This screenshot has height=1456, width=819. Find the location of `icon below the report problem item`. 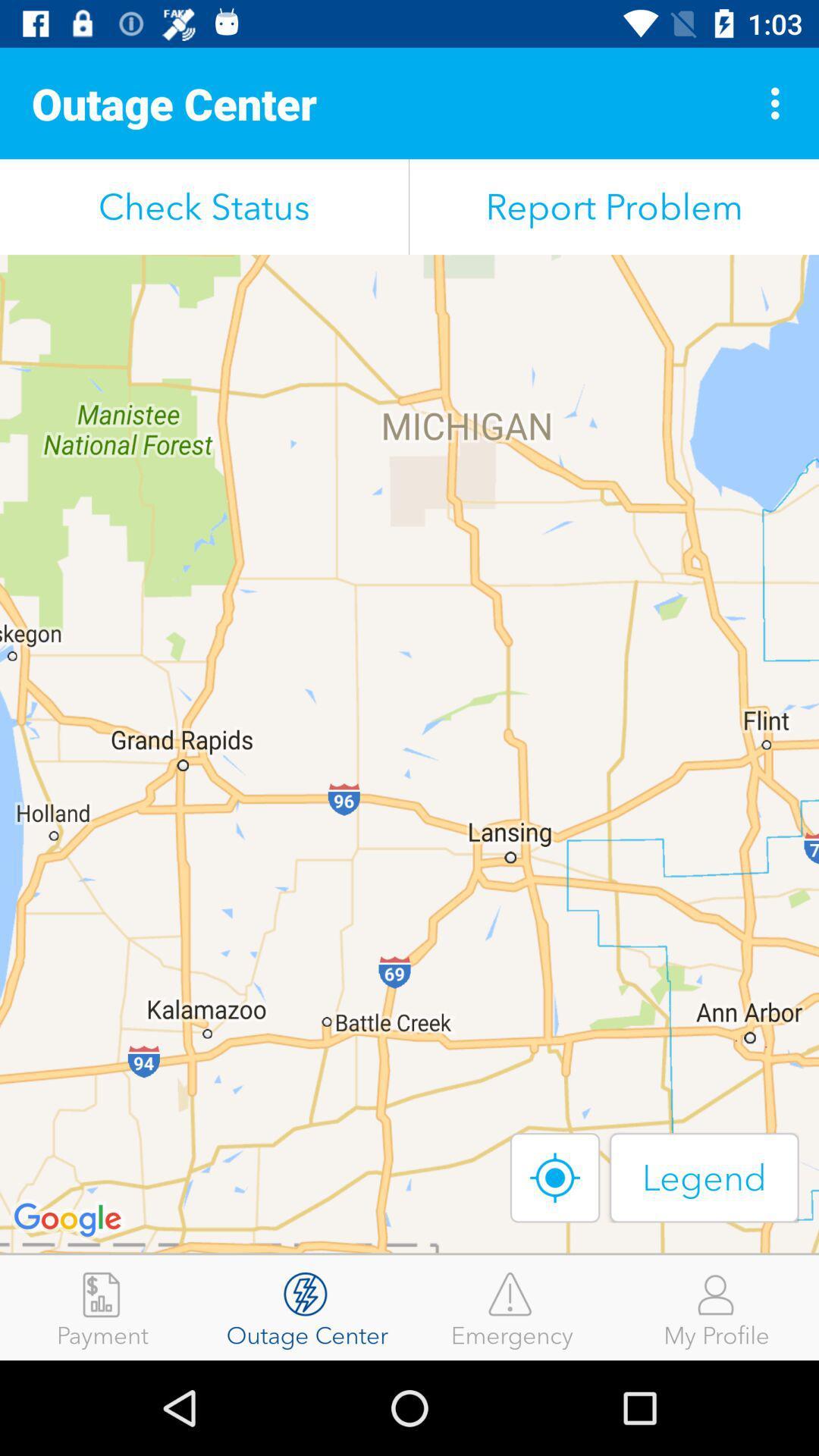

icon below the report problem item is located at coordinates (555, 1177).